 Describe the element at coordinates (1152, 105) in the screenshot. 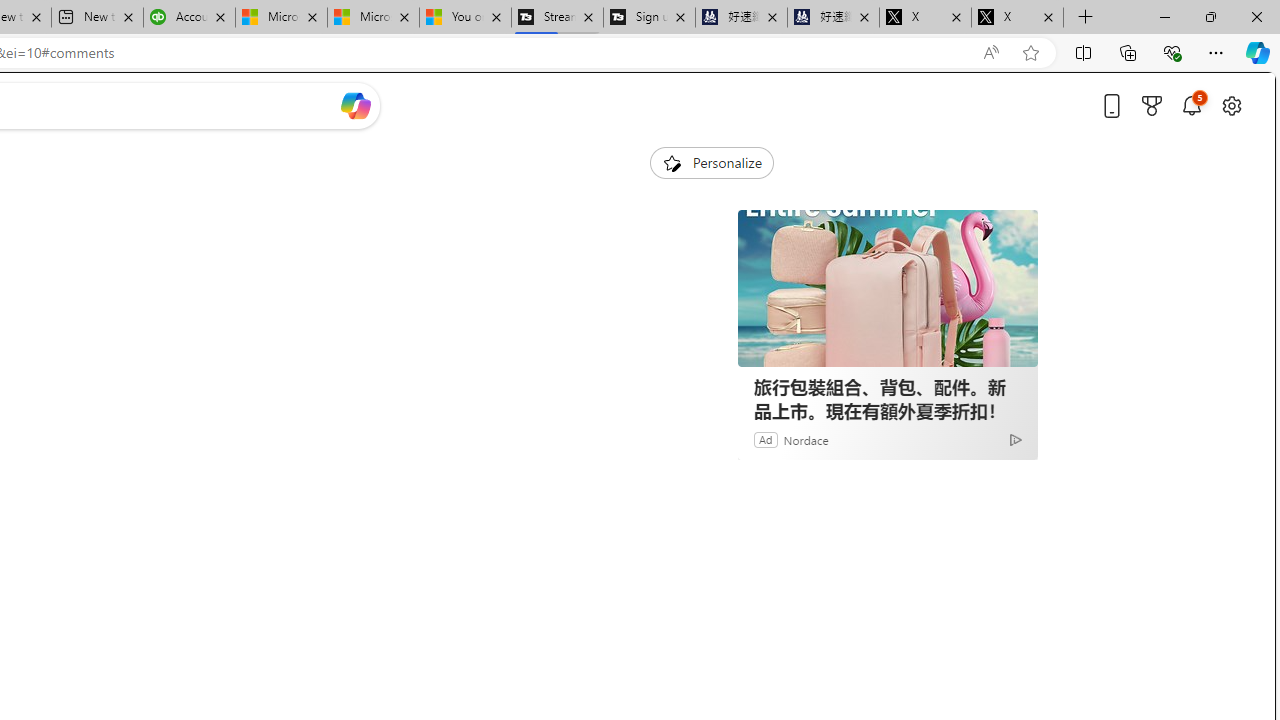

I see `'Microsoft rewards'` at that location.